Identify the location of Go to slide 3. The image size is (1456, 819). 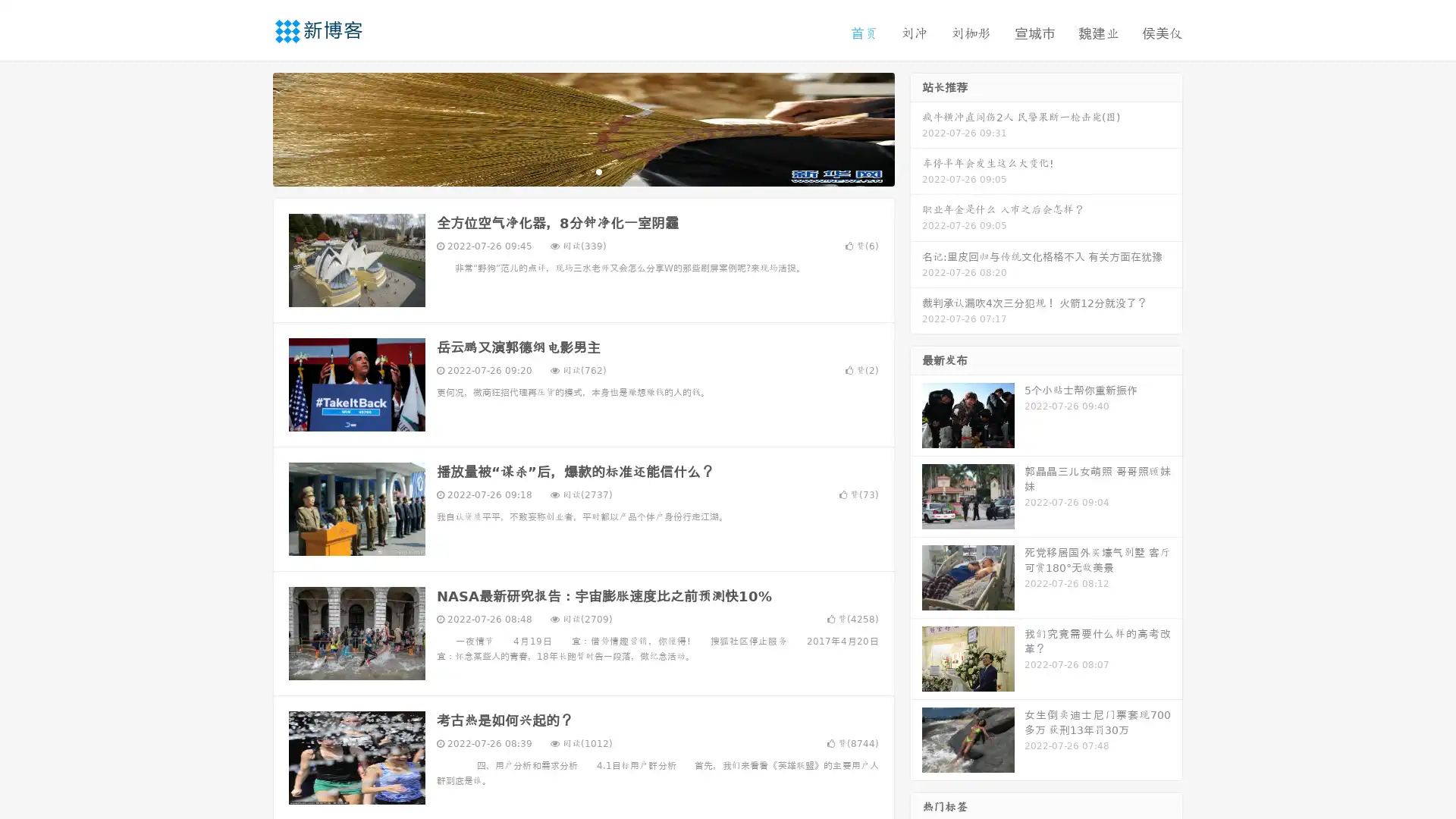
(598, 171).